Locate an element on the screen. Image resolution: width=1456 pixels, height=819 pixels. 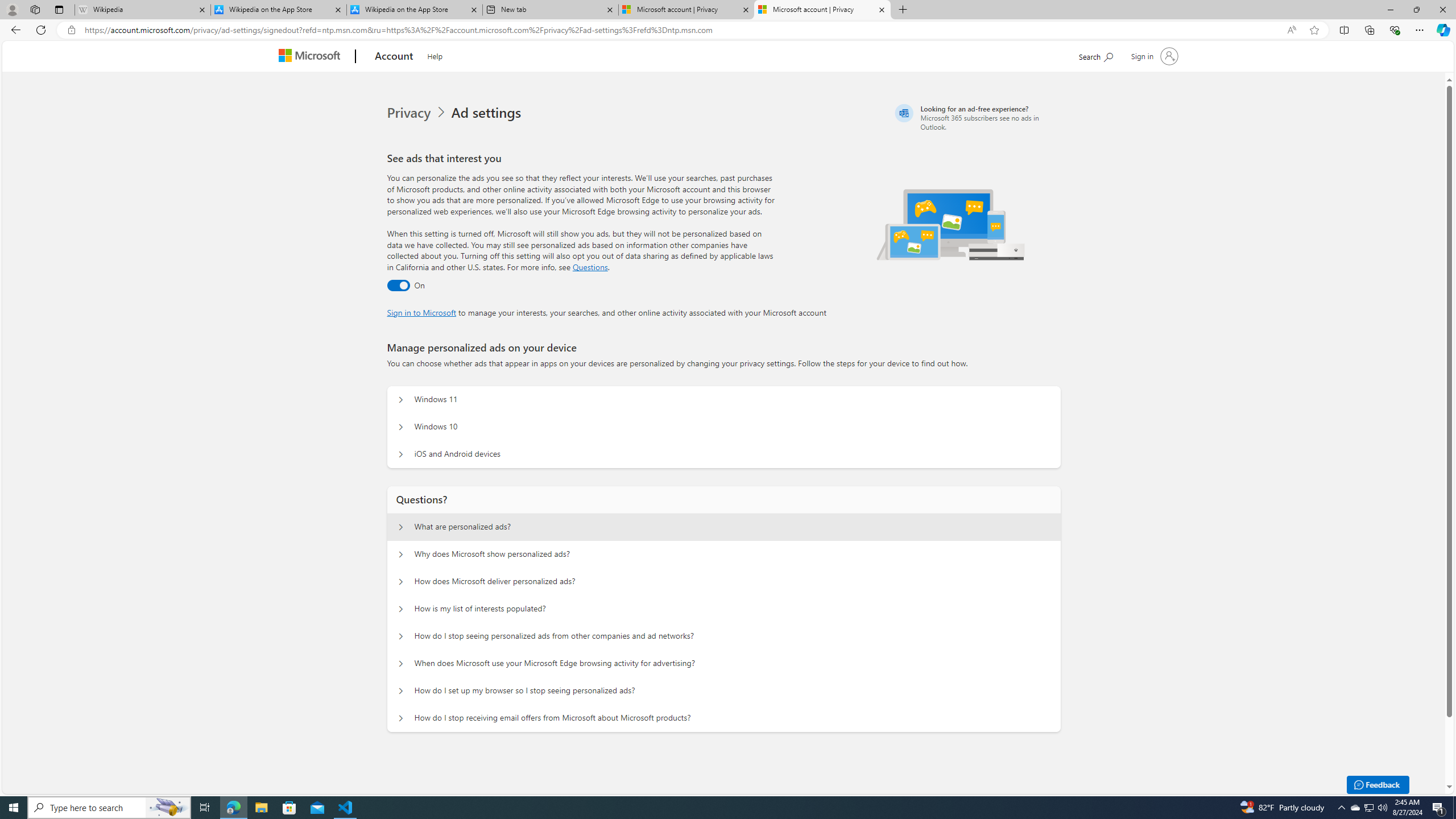
'Manage personalized ads on your device Windows 10' is located at coordinates (401, 427).